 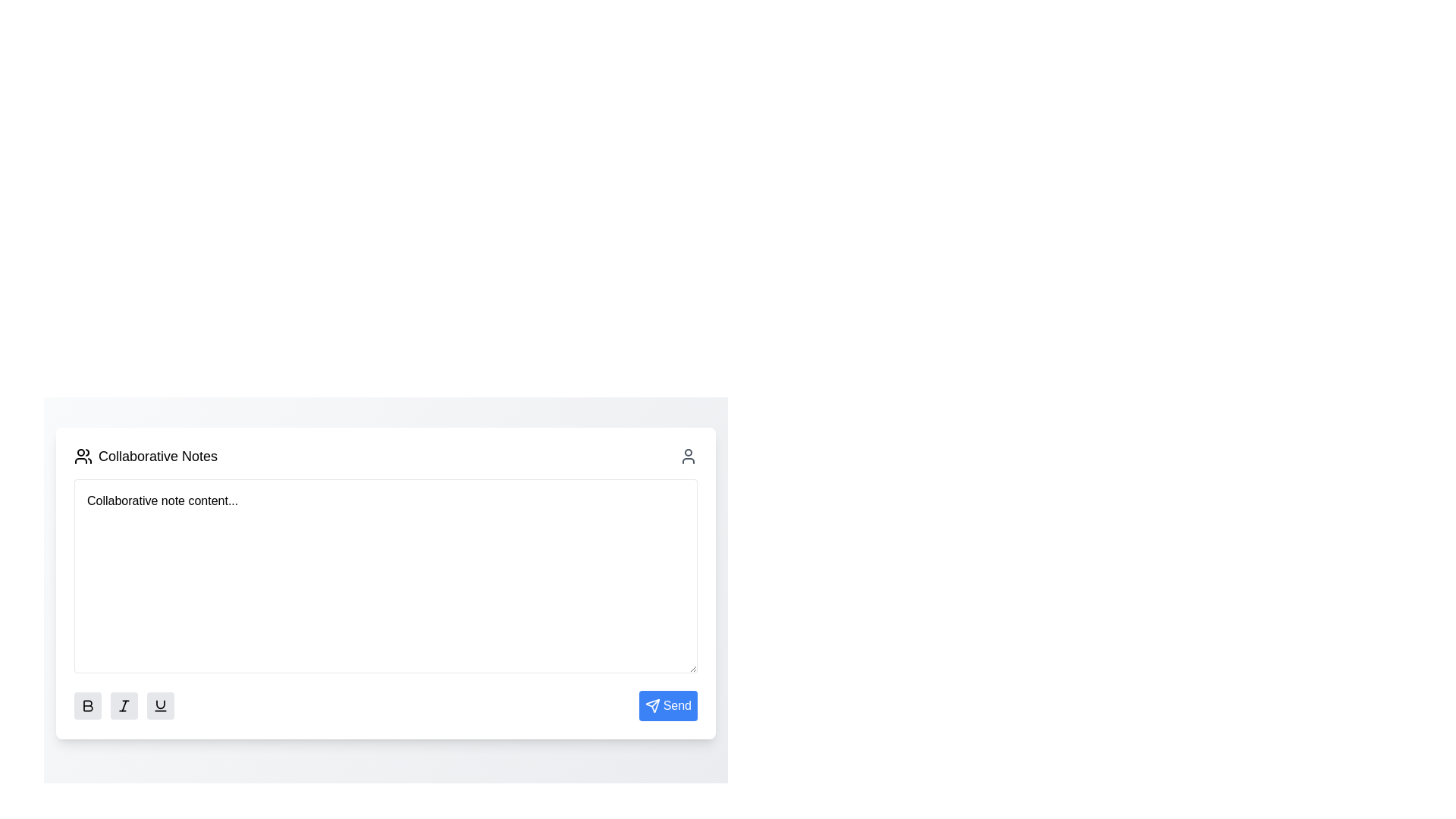 What do you see at coordinates (124, 705) in the screenshot?
I see `the italic formatting button, represented by a stylized 'I' icon, which is the second button in the row of formatting options under the text input area` at bounding box center [124, 705].